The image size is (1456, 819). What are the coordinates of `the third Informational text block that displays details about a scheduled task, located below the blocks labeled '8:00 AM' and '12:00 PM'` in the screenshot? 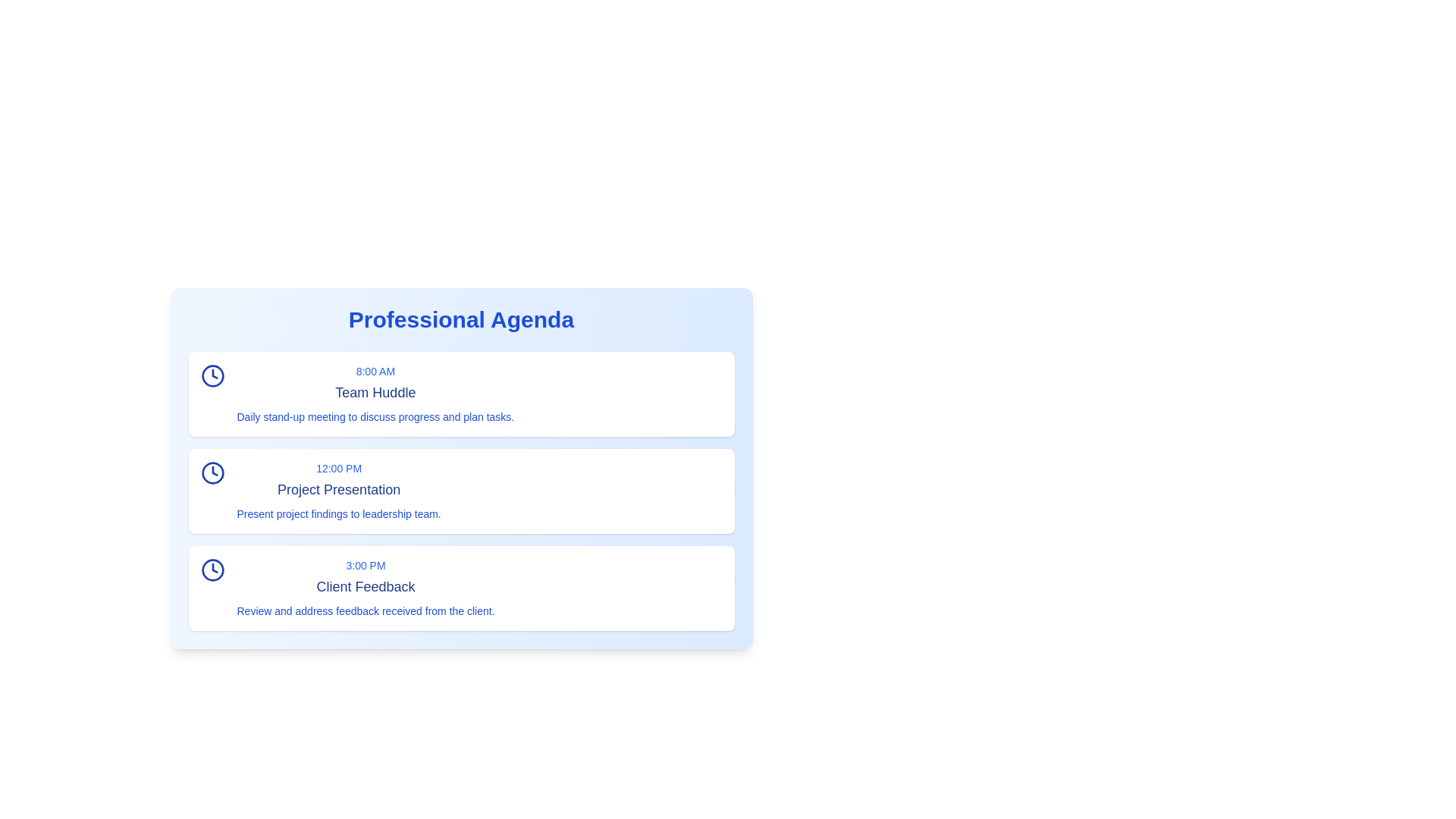 It's located at (366, 587).